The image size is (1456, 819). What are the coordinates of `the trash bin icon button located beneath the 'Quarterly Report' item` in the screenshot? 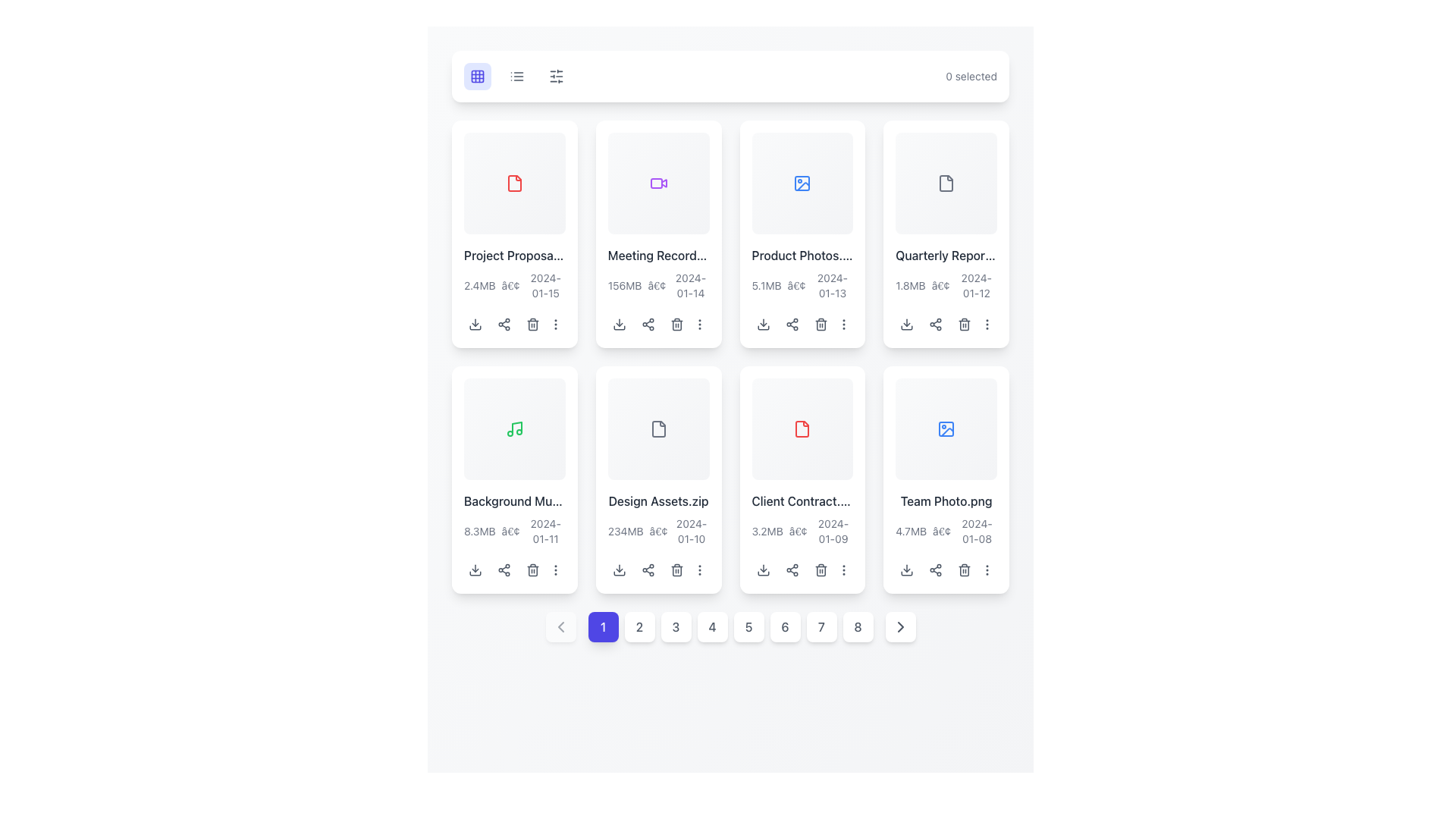 It's located at (964, 323).